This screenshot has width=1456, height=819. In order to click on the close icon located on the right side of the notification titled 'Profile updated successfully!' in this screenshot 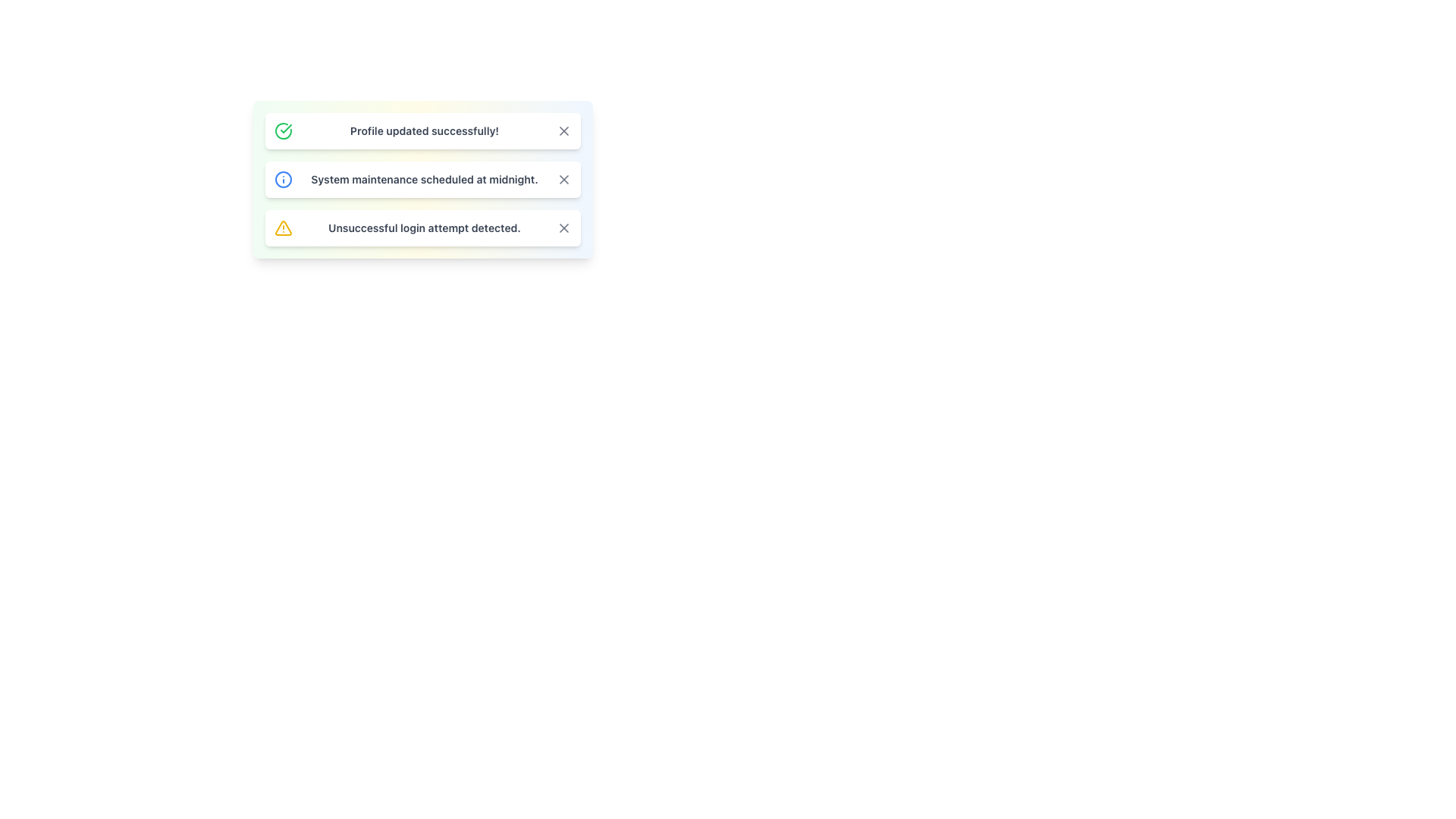, I will do `click(563, 130)`.